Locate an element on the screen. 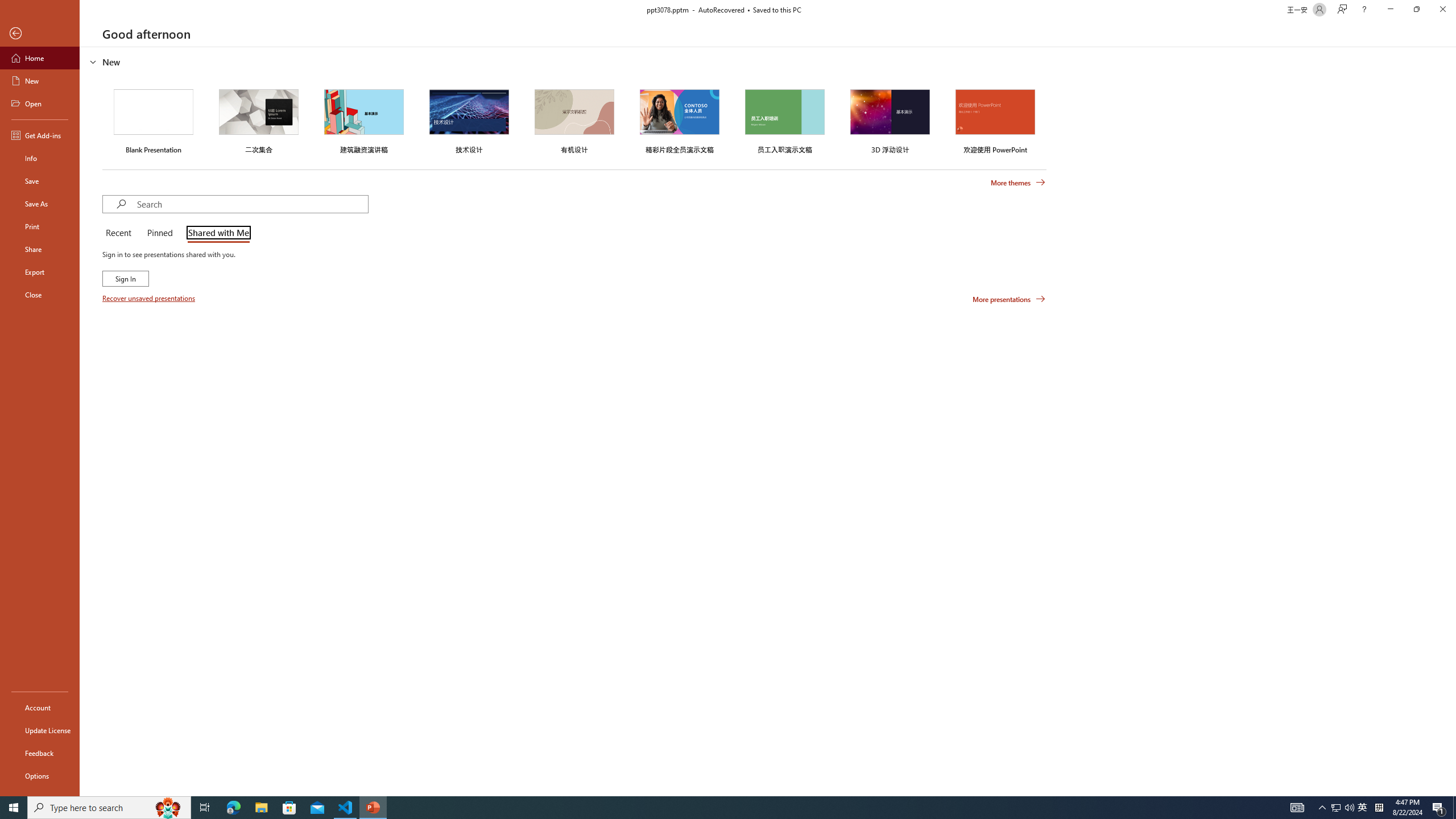 This screenshot has height=819, width=1456. 'Save As' is located at coordinates (39, 202).